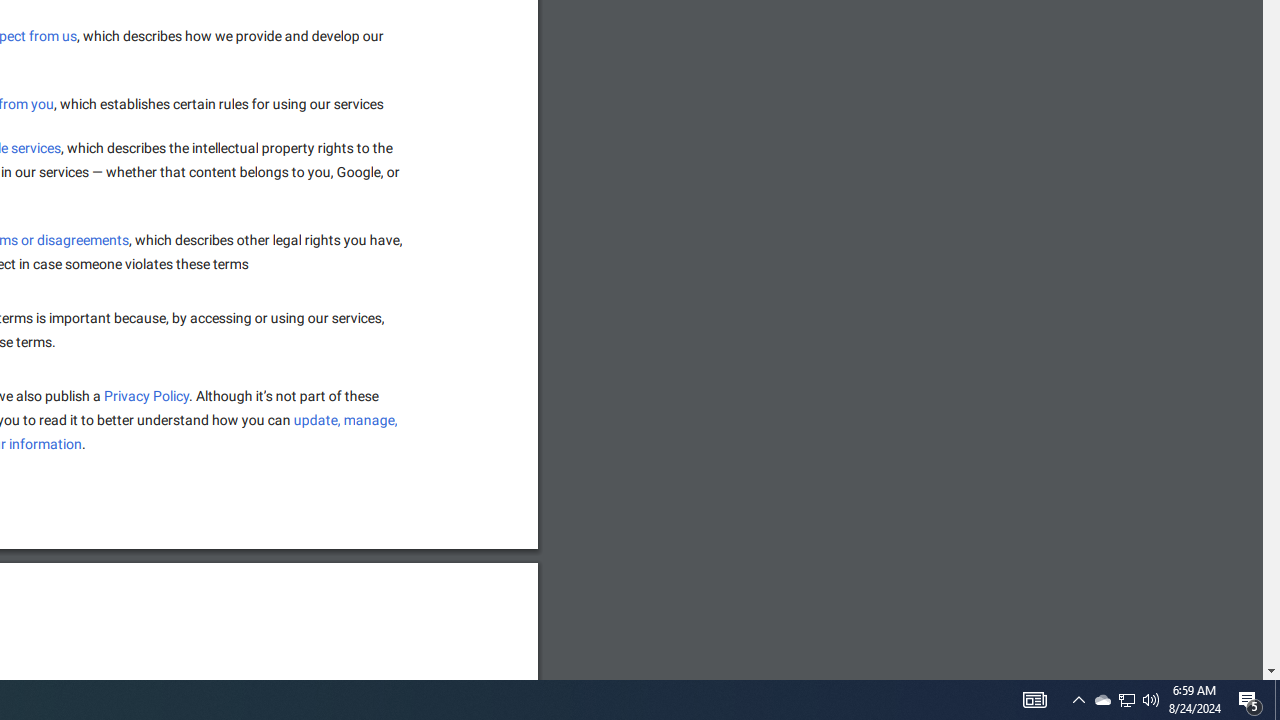 This screenshot has width=1280, height=720. Describe the element at coordinates (346, 419) in the screenshot. I see `'update, manage,'` at that location.